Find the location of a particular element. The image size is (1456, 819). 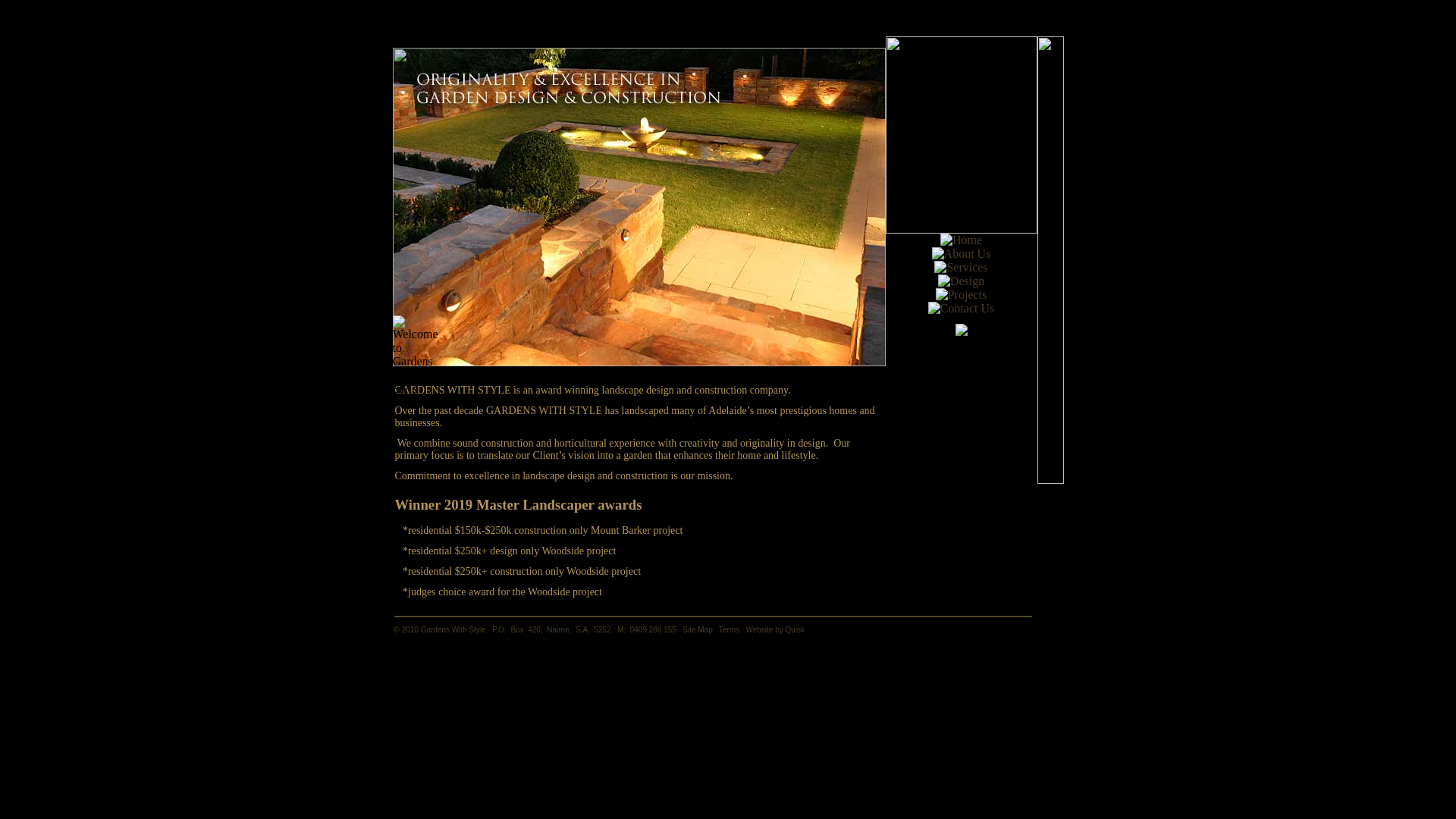

'Website by Quisk' is located at coordinates (775, 629).